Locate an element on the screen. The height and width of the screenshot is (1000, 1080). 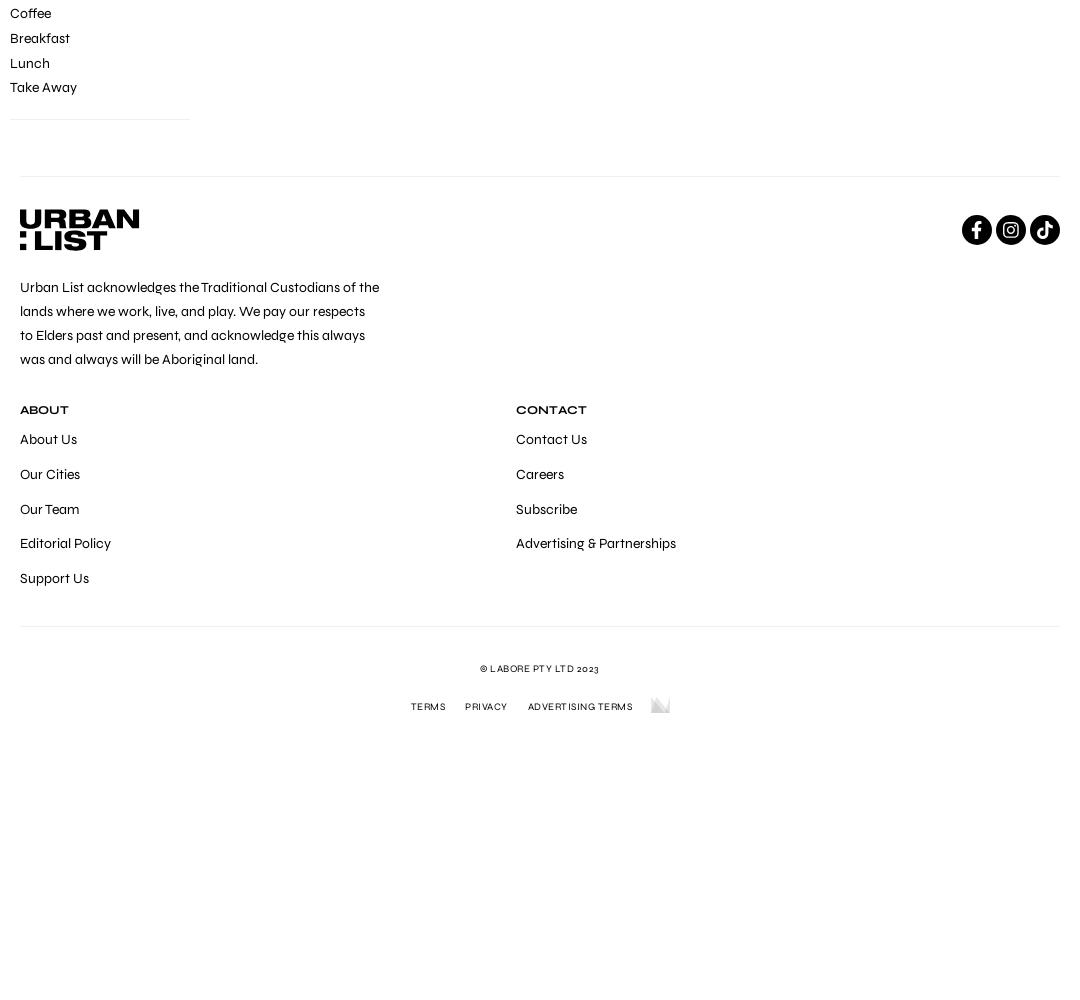
'Take Away' is located at coordinates (43, 86).